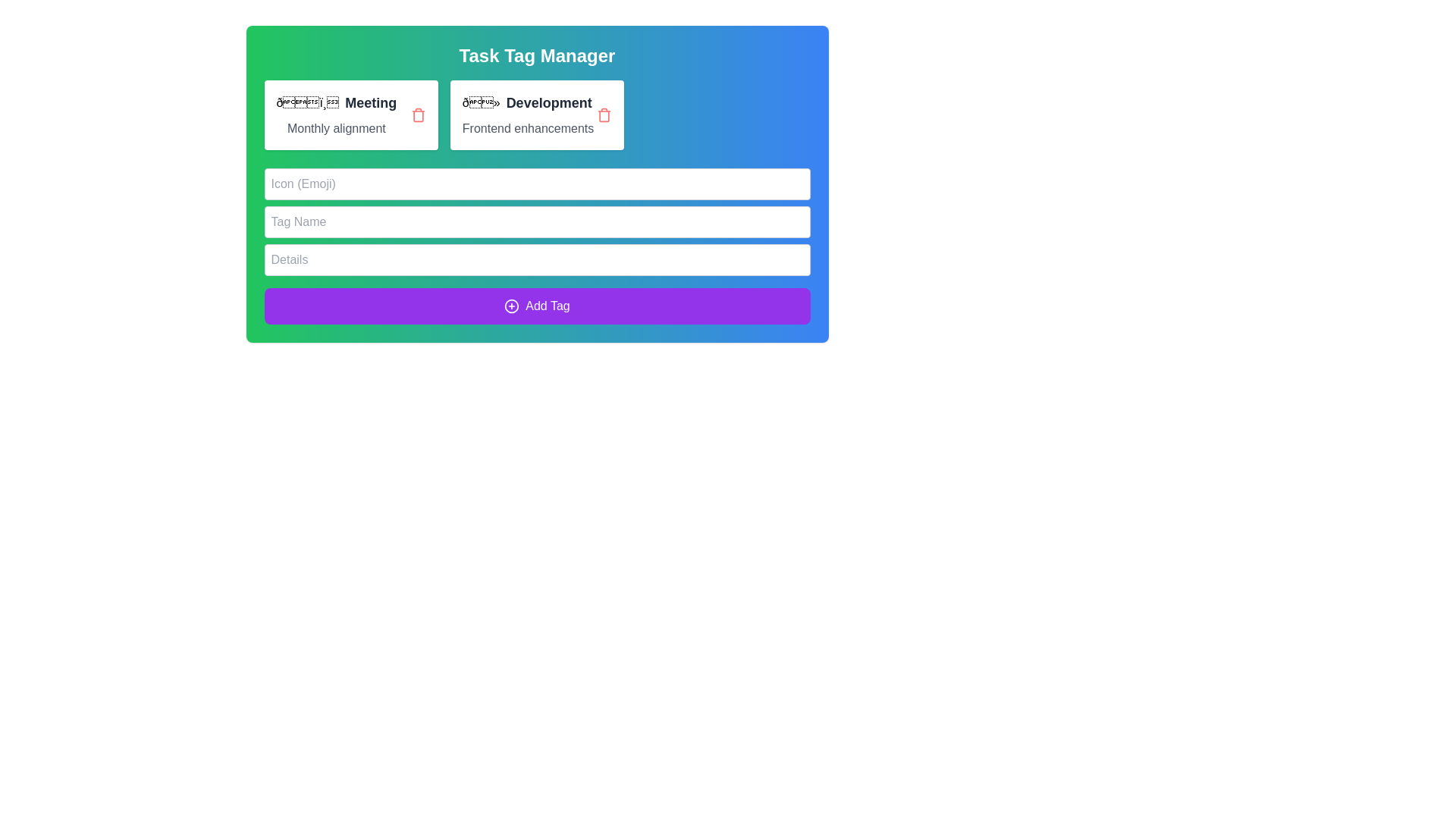  Describe the element at coordinates (528, 114) in the screenshot. I see `the Display panel with the heading 'Development' and subheading 'Frontend enhancements', which is styled in bold, large gray font and located on the right side of the interface` at that location.